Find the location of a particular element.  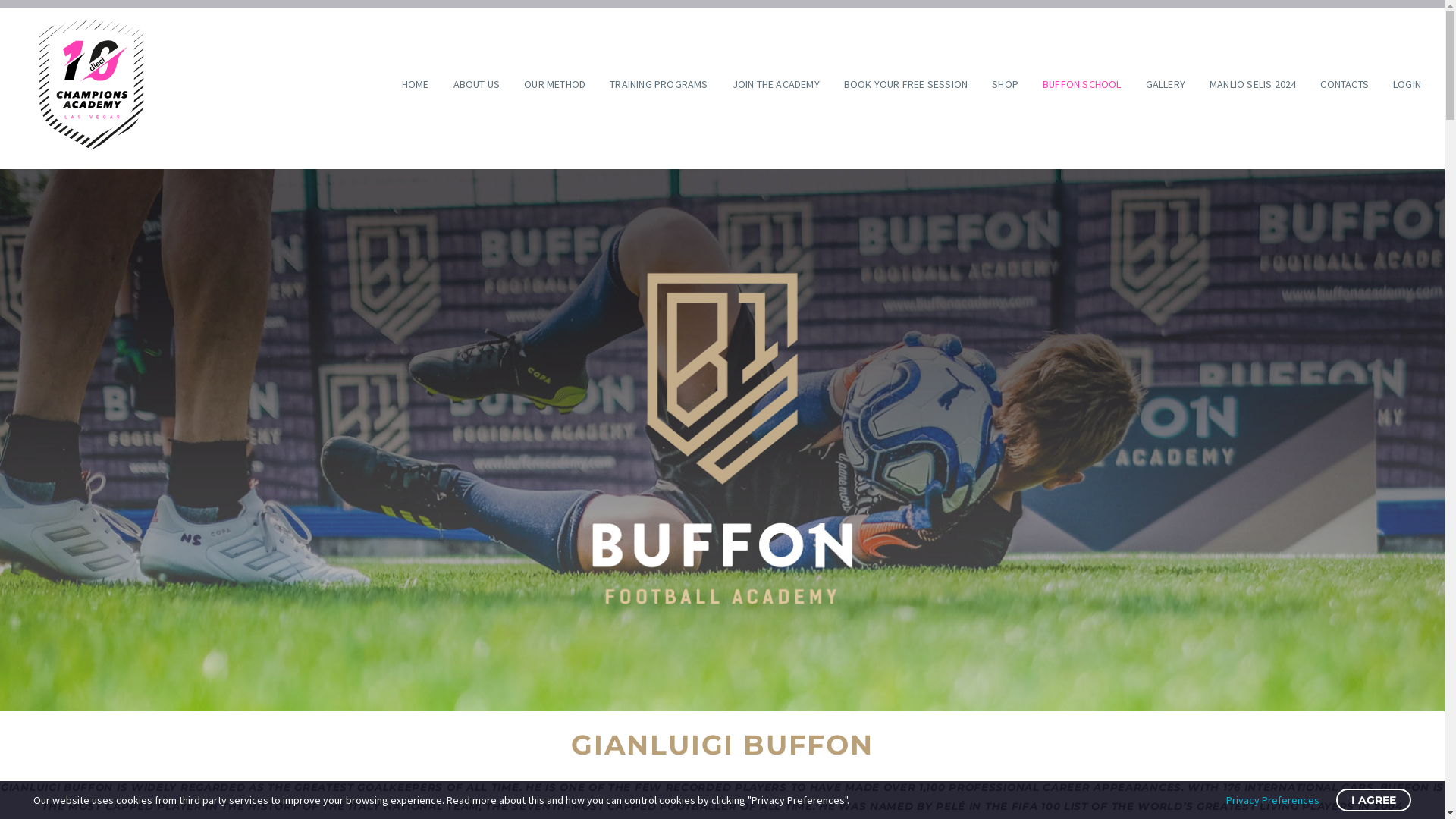

'HOME' is located at coordinates (415, 84).